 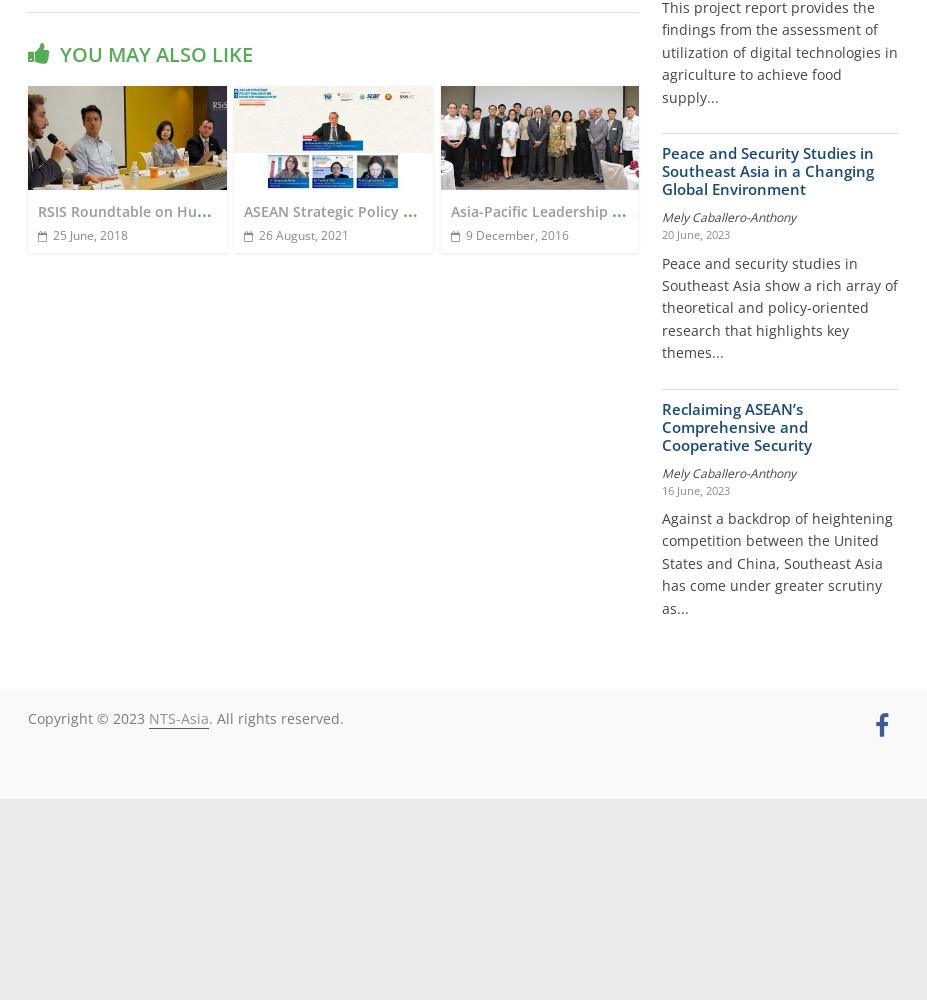 I want to click on 'Reclaiming ASEAN’s Comprehensive and Cooperative Security', so click(x=735, y=426).